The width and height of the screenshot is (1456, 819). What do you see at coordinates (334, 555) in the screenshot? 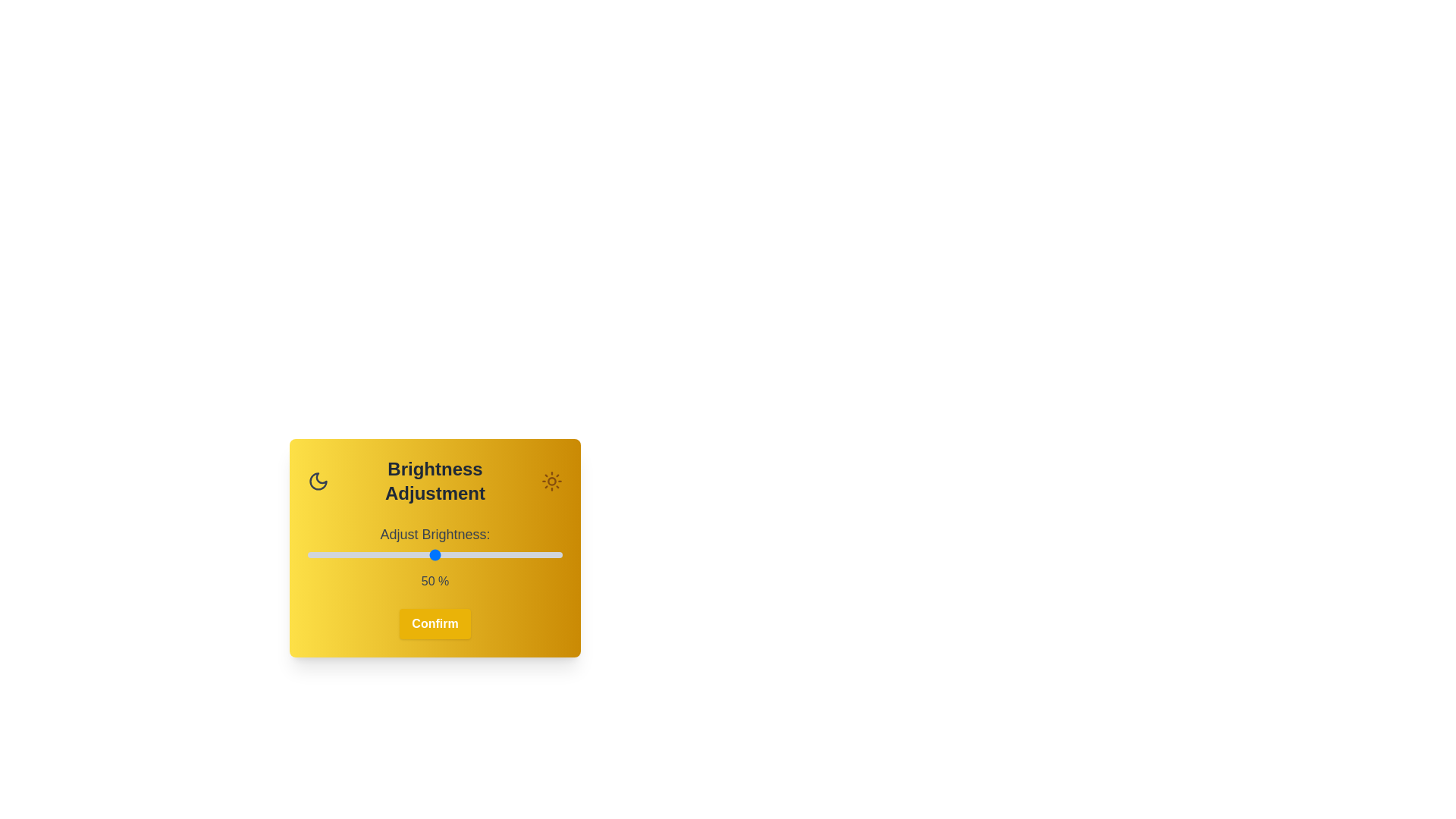
I see `the brightness slider to 11%` at bounding box center [334, 555].